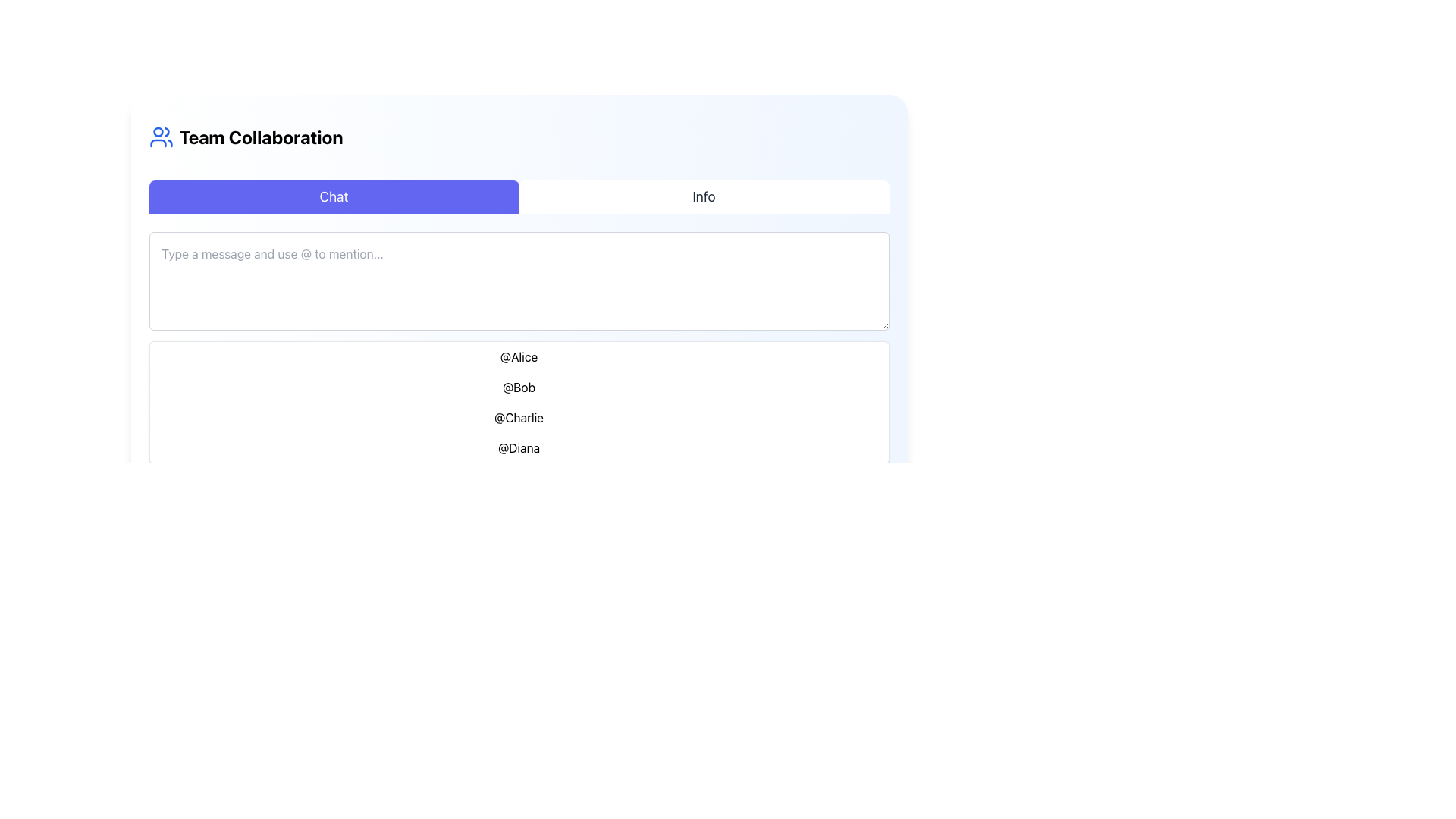  What do you see at coordinates (519, 418) in the screenshot?
I see `the text label for user Charlie, which is the third entry in a list between @Bob and @Diana` at bounding box center [519, 418].